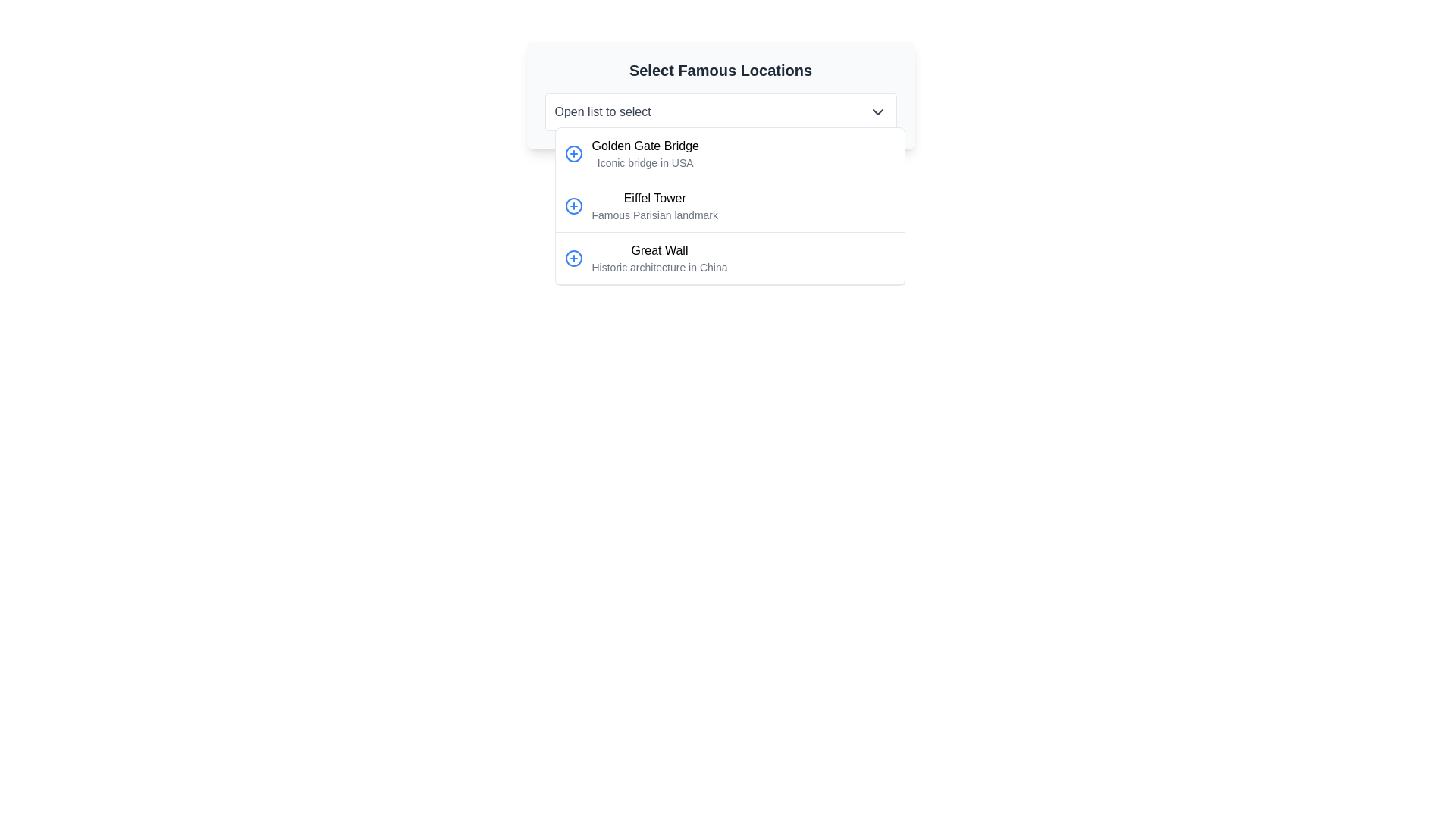  I want to click on the list item displaying 'Great Wall' in the dropdown menu labeled 'Select Famous Locations', so click(730, 258).